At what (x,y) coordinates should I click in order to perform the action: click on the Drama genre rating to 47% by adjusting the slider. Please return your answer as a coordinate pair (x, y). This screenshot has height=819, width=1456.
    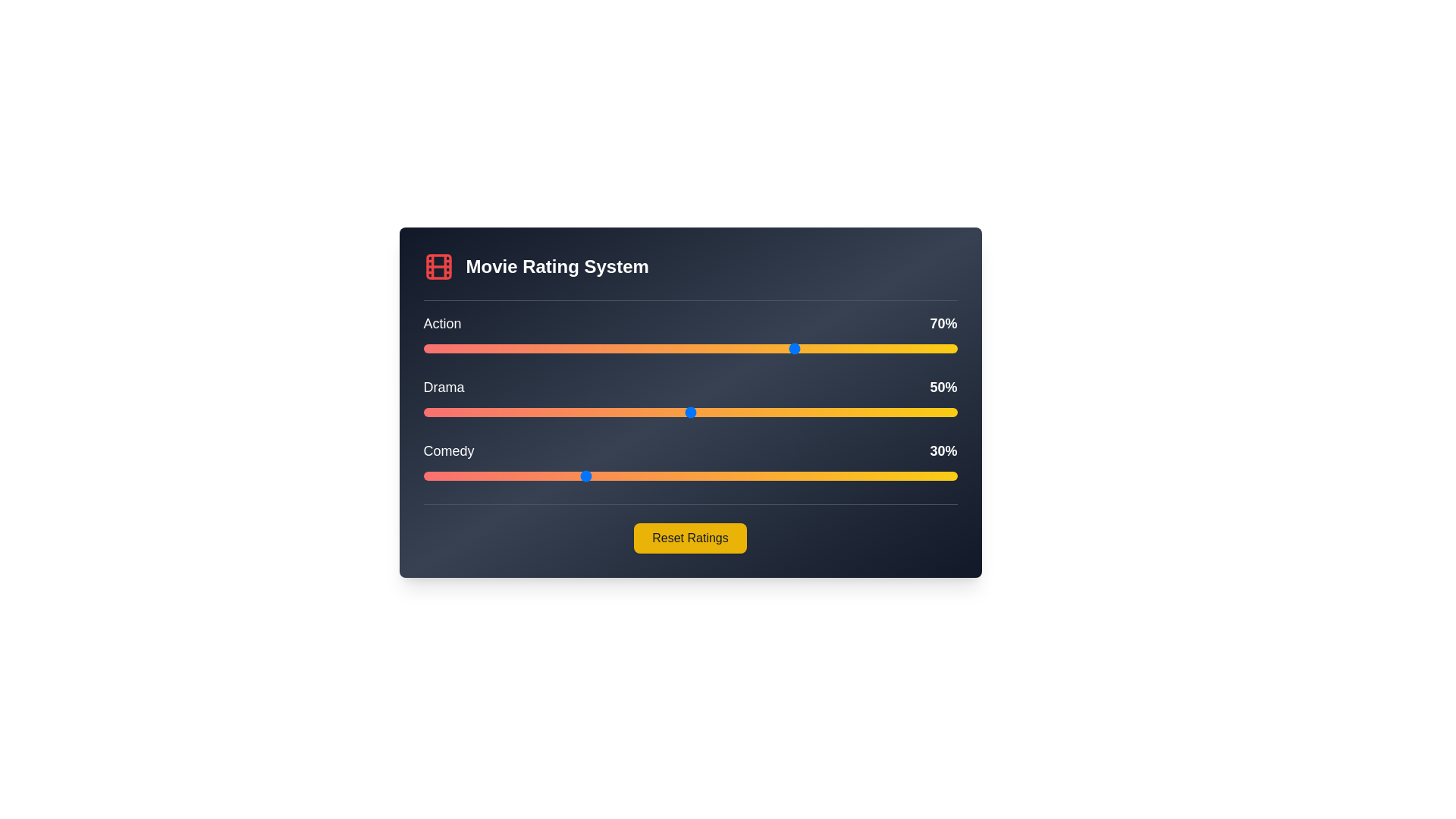
    Looking at the image, I should click on (673, 412).